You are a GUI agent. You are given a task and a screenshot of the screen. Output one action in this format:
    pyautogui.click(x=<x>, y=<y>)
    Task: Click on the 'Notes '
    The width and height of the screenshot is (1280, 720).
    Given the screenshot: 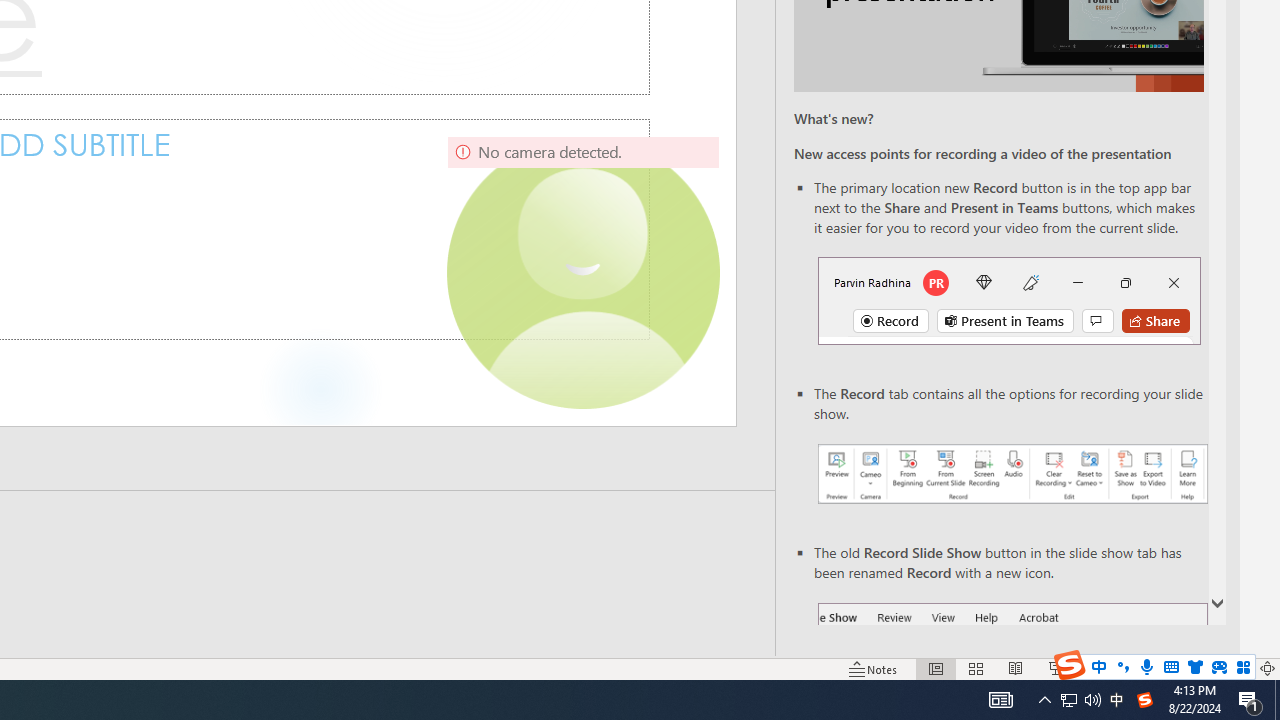 What is the action you would take?
    pyautogui.click(x=874, y=669)
    